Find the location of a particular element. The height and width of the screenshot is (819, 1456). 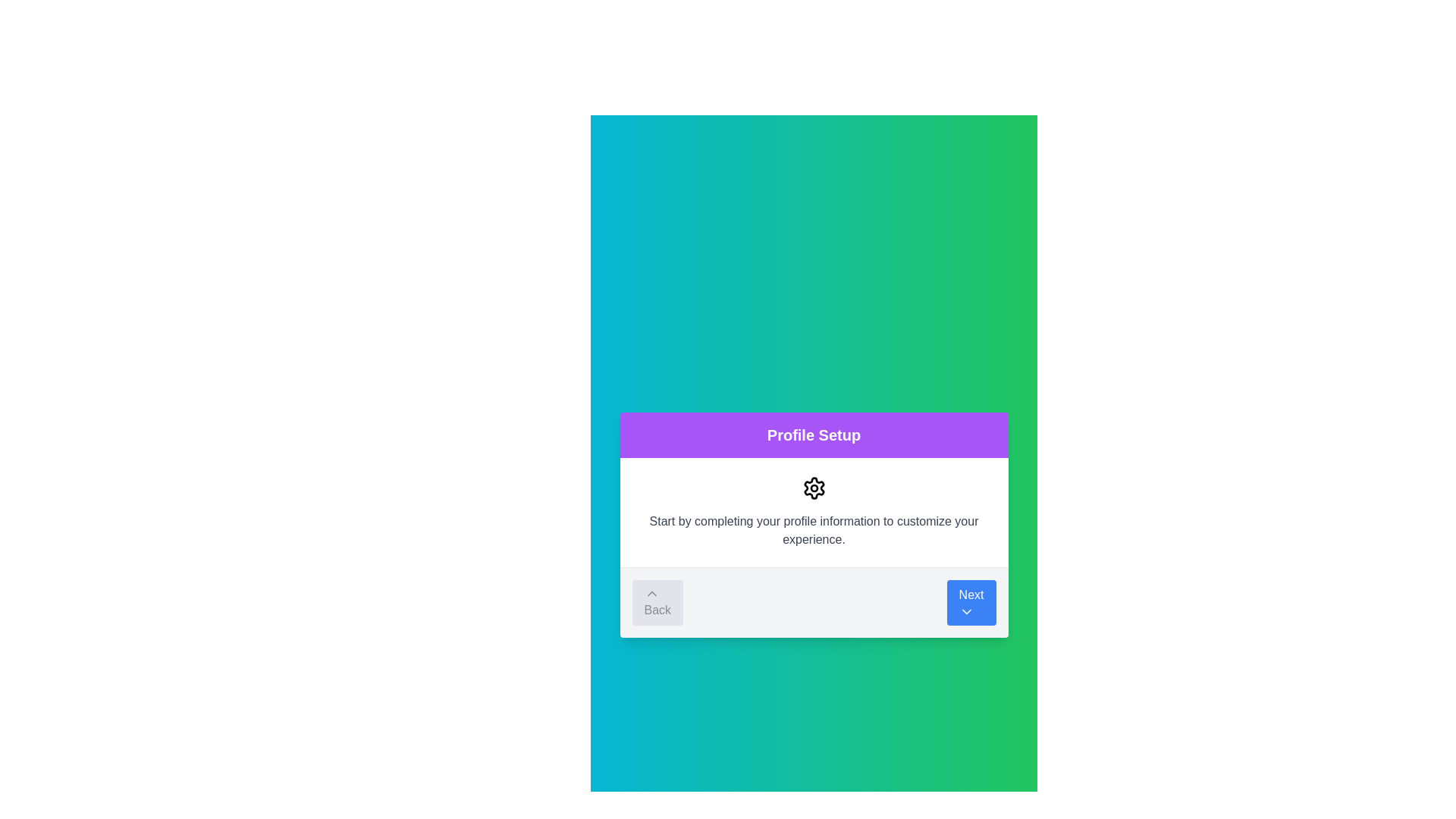

the icon located at the bottom-right corner of the 'Next' button is located at coordinates (965, 610).